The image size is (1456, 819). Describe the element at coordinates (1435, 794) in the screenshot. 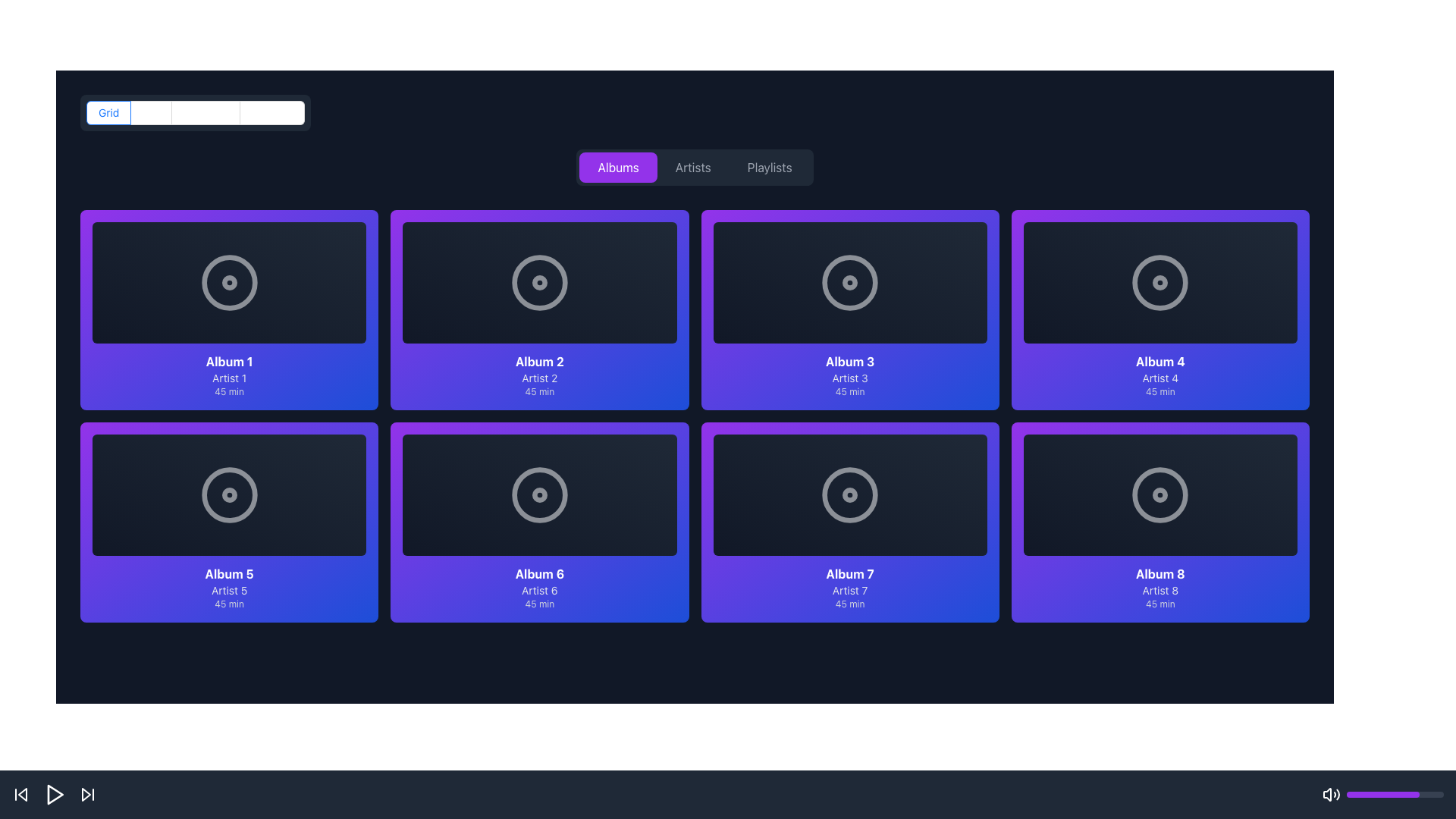

I see `progress bar` at that location.